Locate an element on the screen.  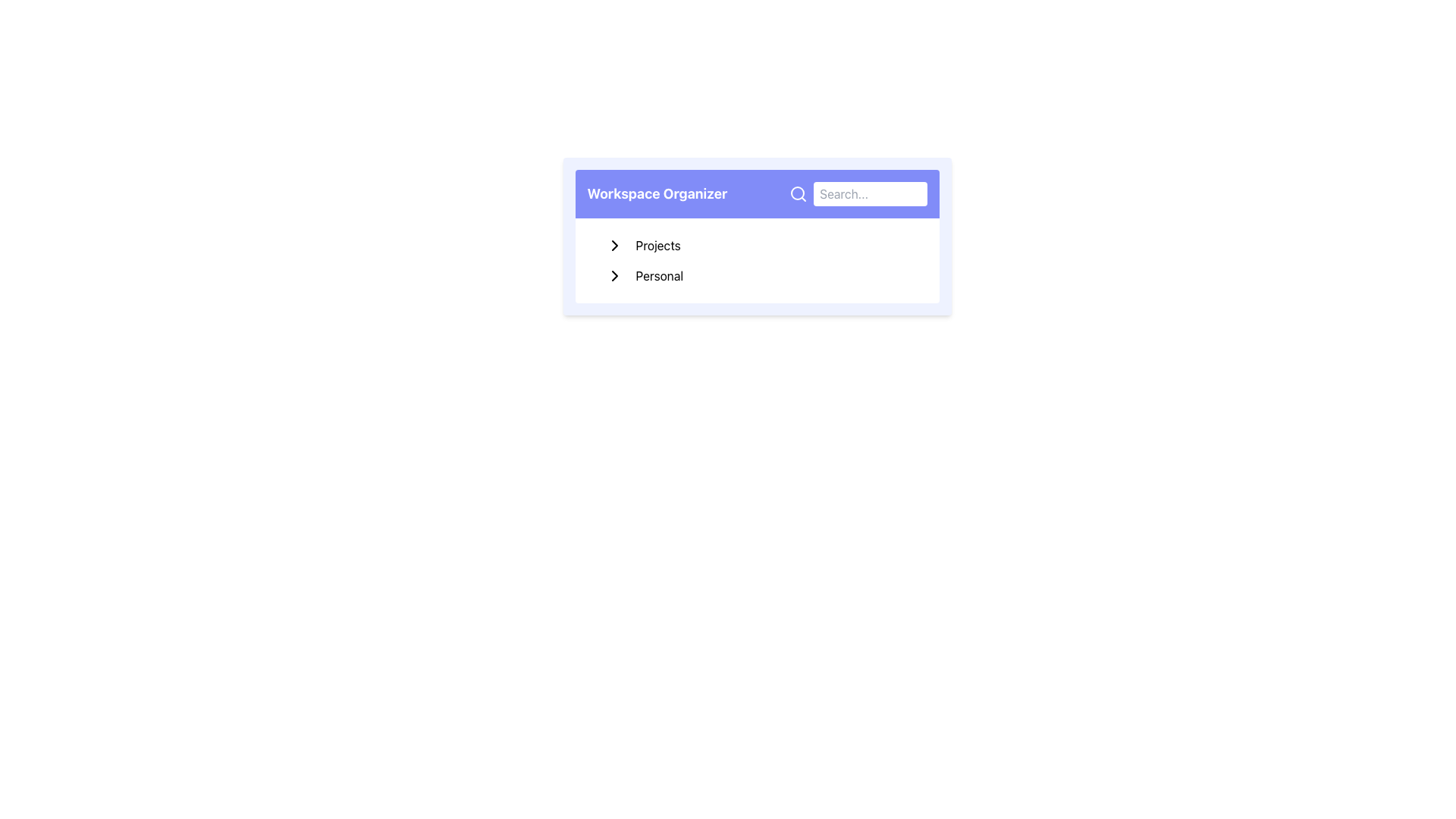
the circular graphical feature within the magnifying glass icon, which represents the lens part of the search feature located in the upper-right corner of the interface is located at coordinates (797, 192).